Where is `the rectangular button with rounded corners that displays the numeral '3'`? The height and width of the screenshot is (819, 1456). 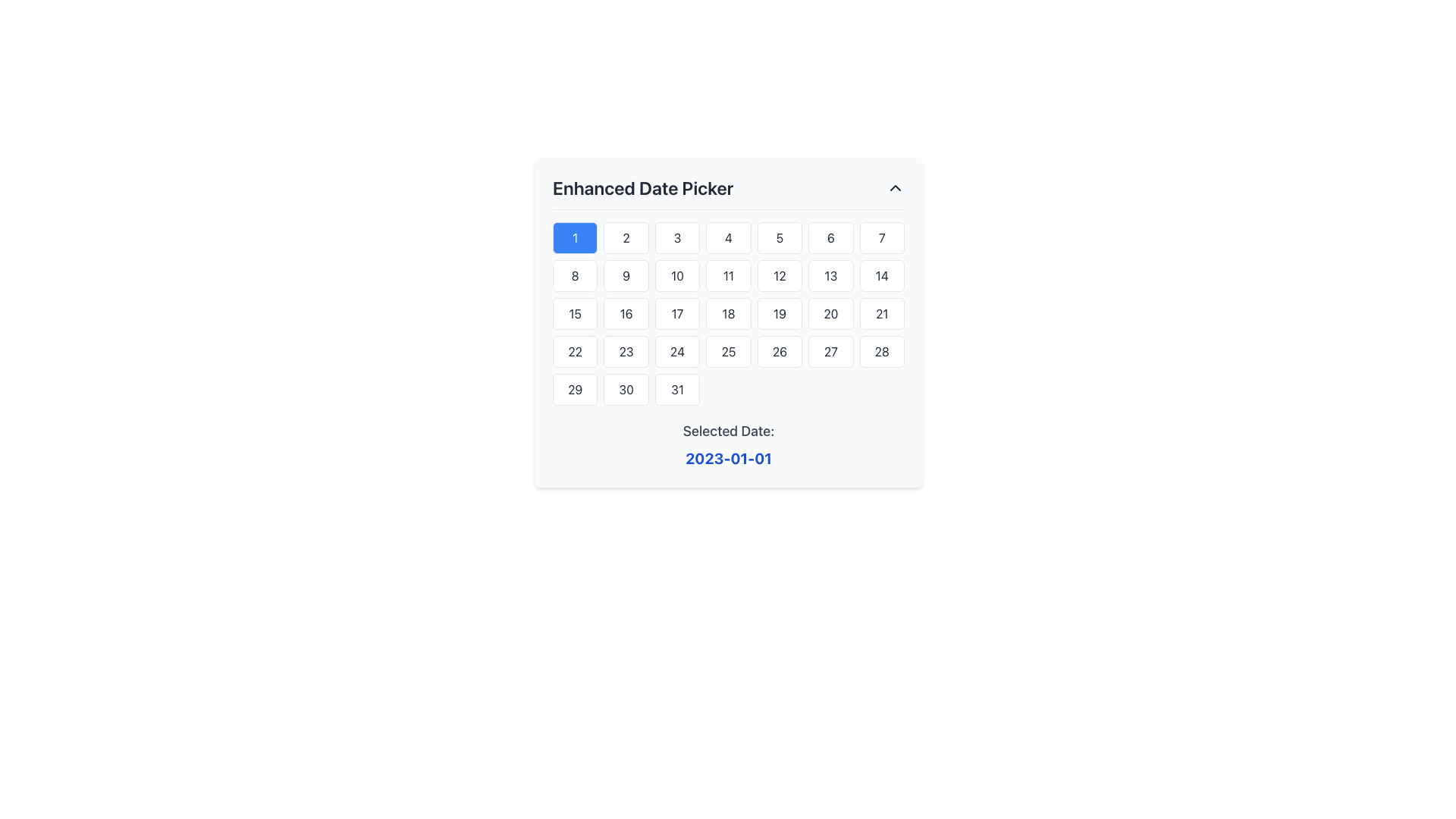
the rectangular button with rounded corners that displays the numeral '3' is located at coordinates (676, 237).